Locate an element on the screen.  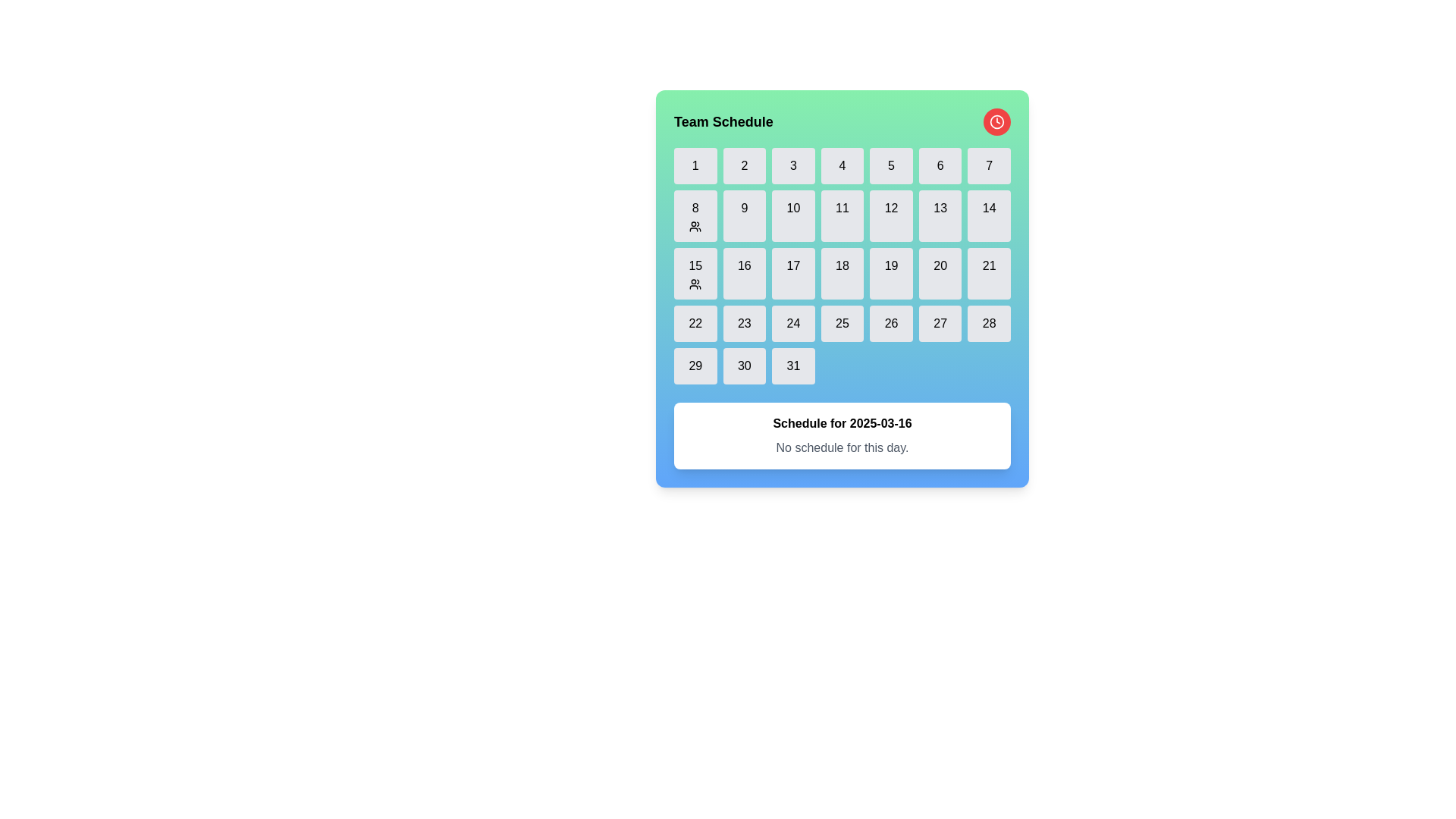
the selectable date button for the date '28' located in the last row and sixth column of the calendar grid is located at coordinates (989, 323).